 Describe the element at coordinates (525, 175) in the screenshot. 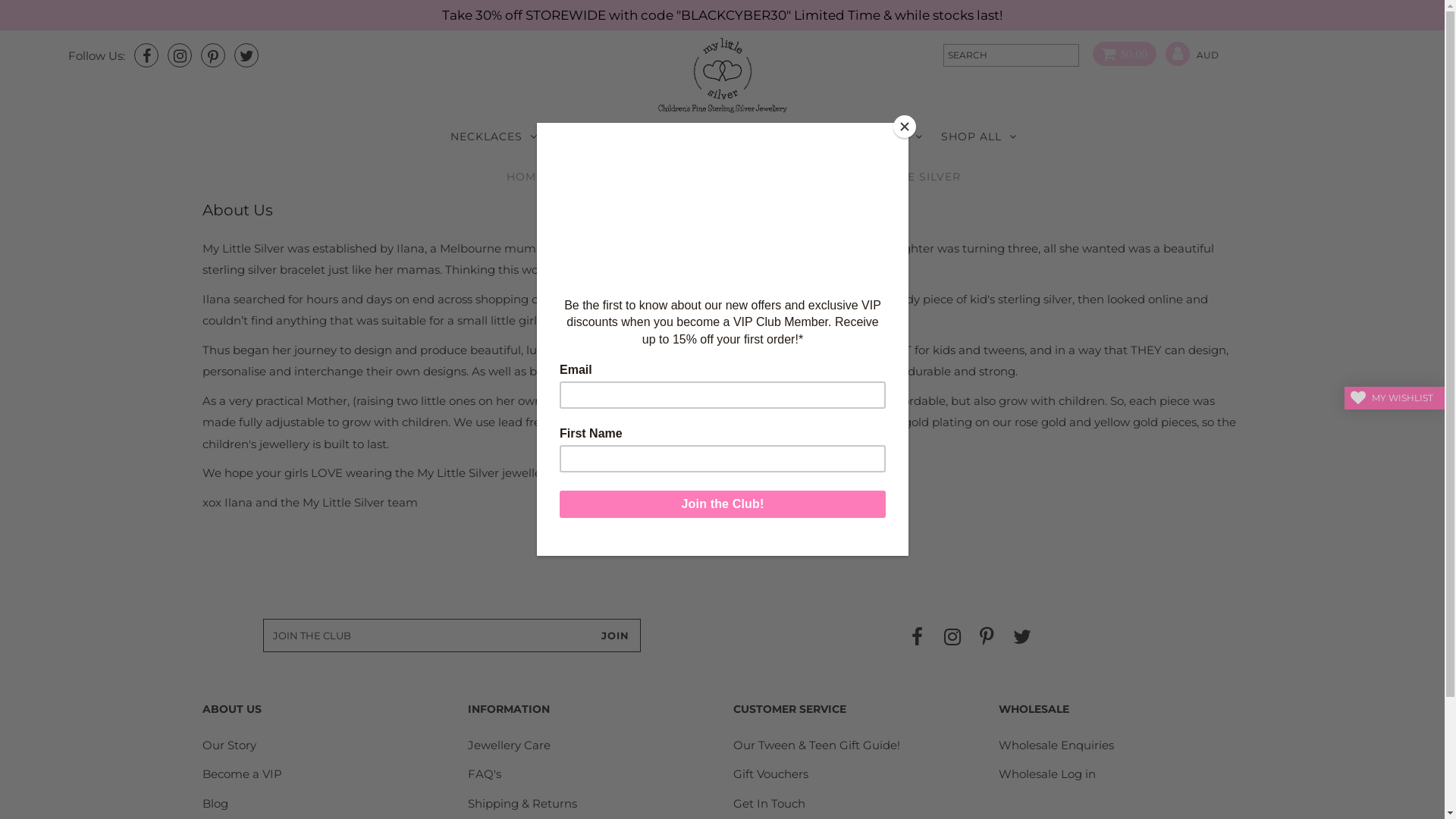

I see `'HOME'` at that location.